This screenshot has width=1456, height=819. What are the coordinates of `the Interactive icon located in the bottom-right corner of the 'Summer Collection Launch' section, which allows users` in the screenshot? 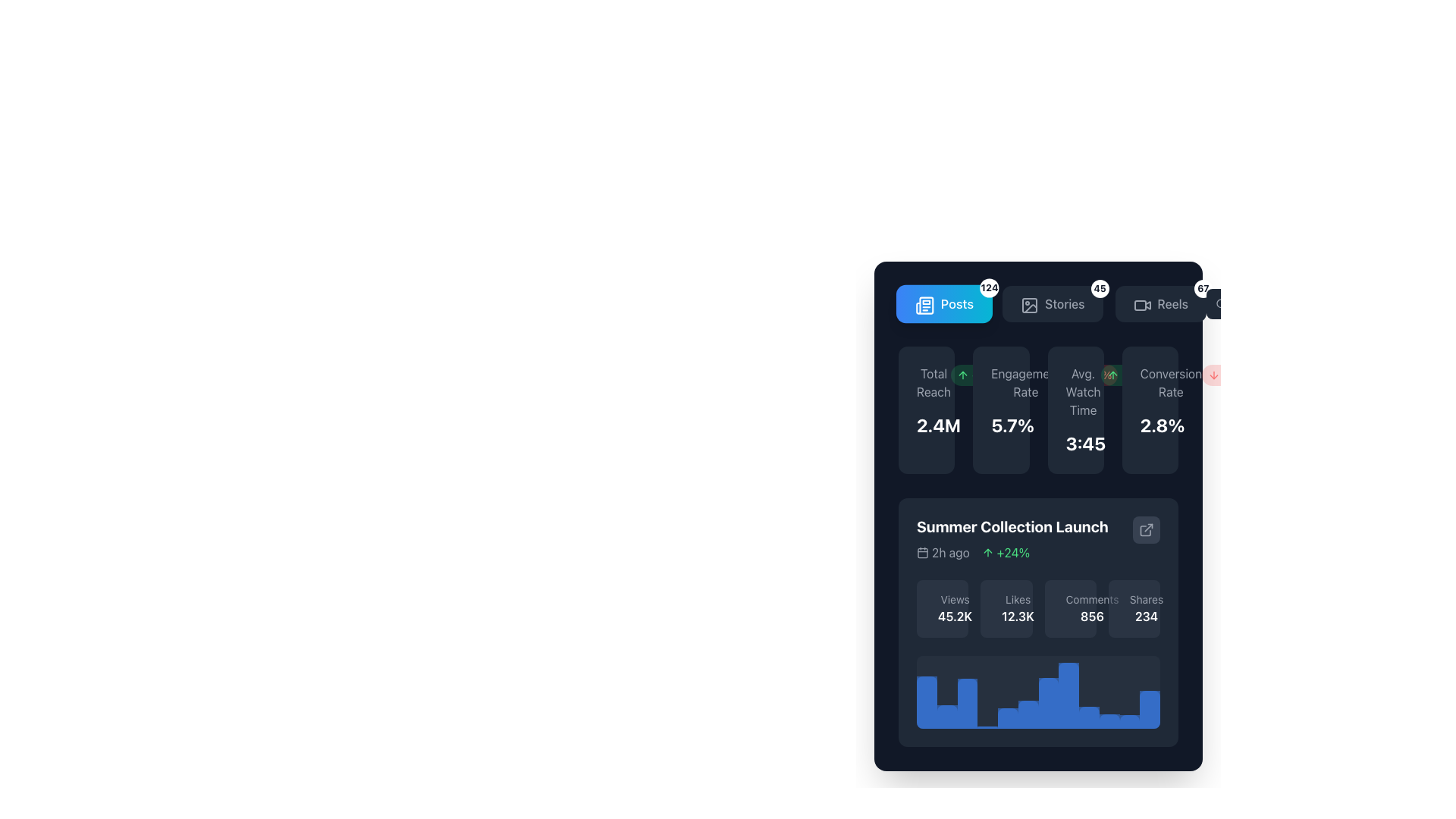 It's located at (1147, 529).